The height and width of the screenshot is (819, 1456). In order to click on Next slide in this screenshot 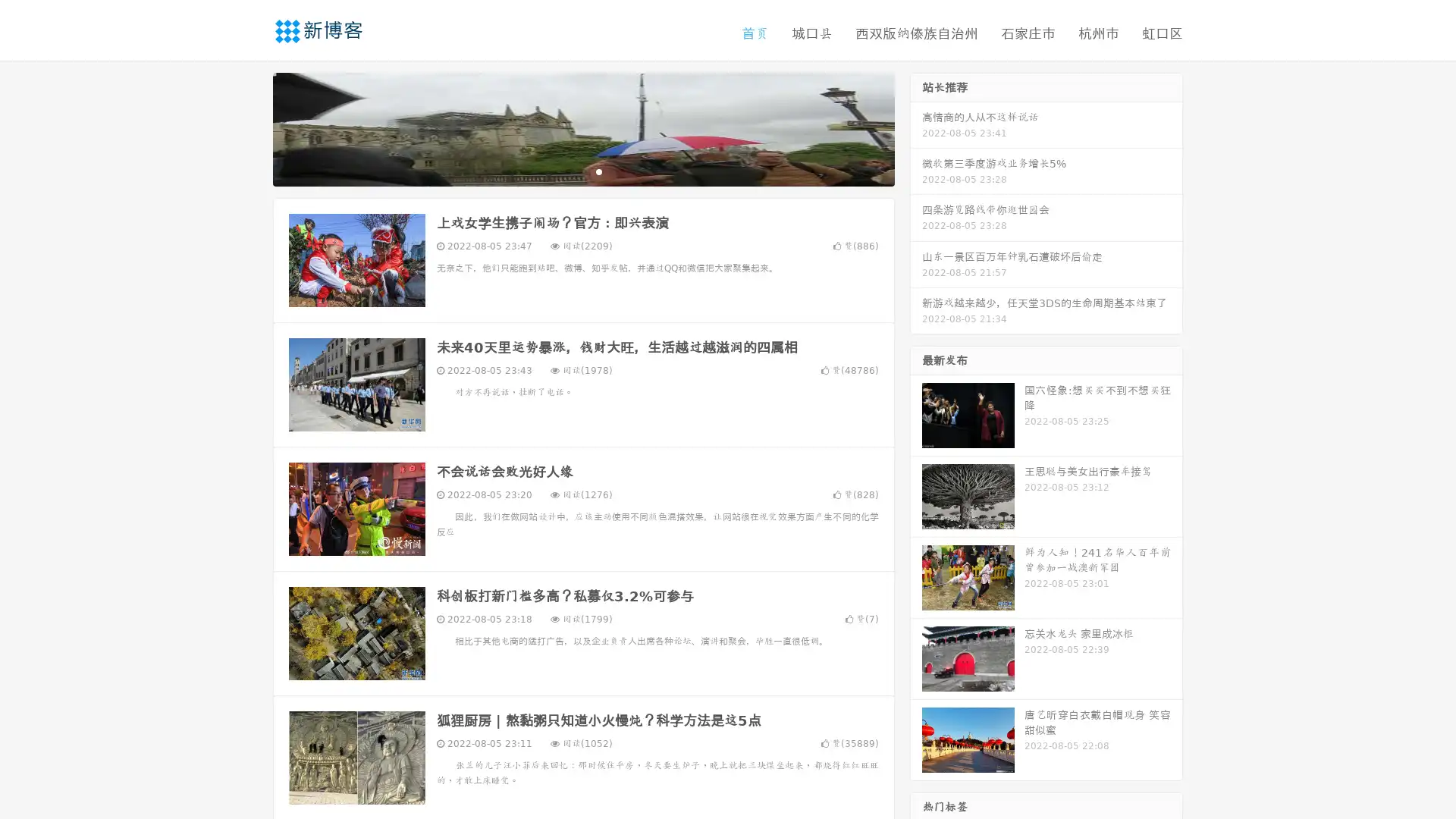, I will do `click(916, 127)`.